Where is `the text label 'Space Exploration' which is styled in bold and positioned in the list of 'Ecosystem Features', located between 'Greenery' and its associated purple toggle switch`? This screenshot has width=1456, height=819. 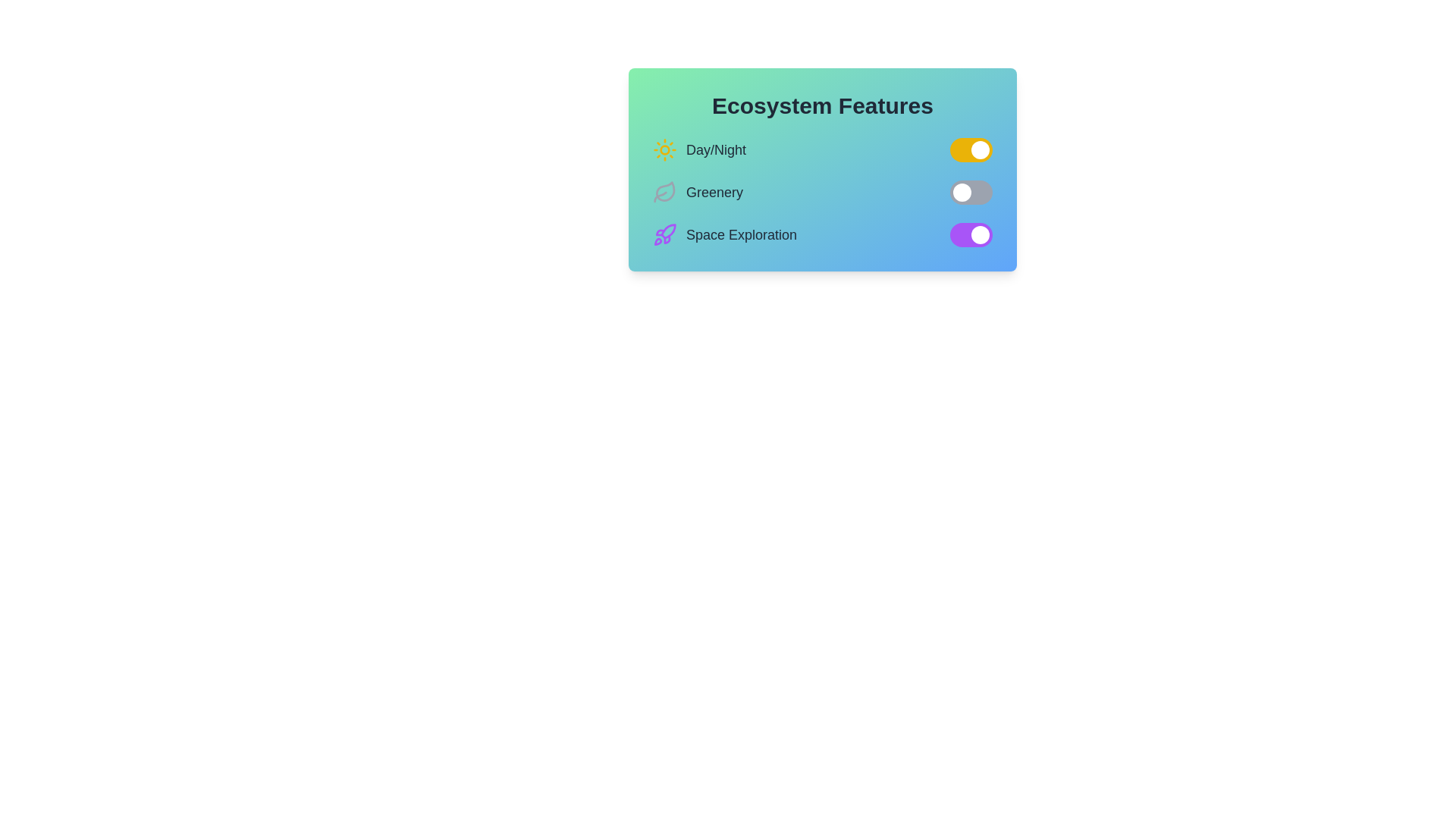
the text label 'Space Exploration' which is styled in bold and positioned in the list of 'Ecosystem Features', located between 'Greenery' and its associated purple toggle switch is located at coordinates (742, 234).